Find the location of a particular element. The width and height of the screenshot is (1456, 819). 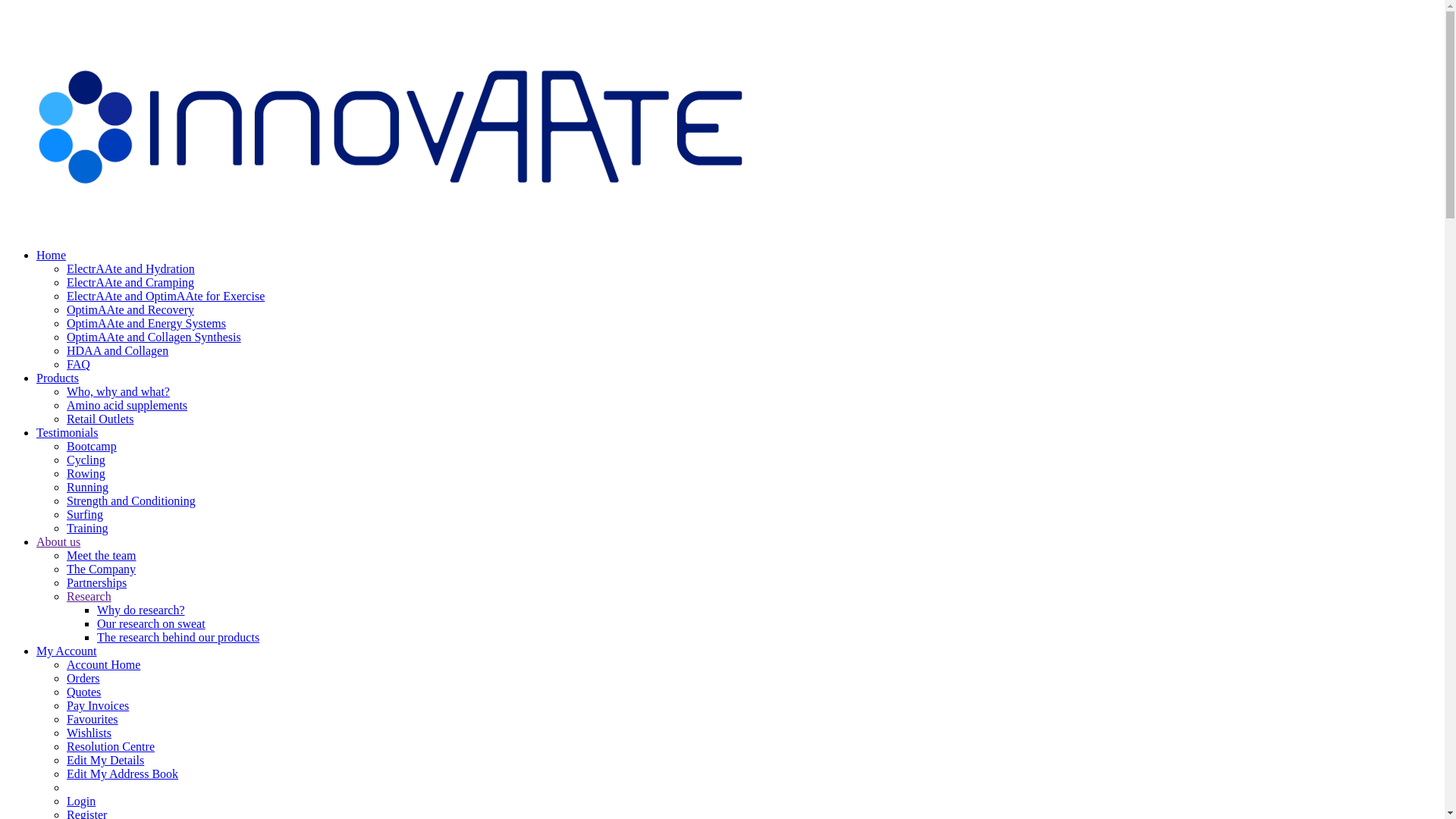

'Quotes' is located at coordinates (83, 692).